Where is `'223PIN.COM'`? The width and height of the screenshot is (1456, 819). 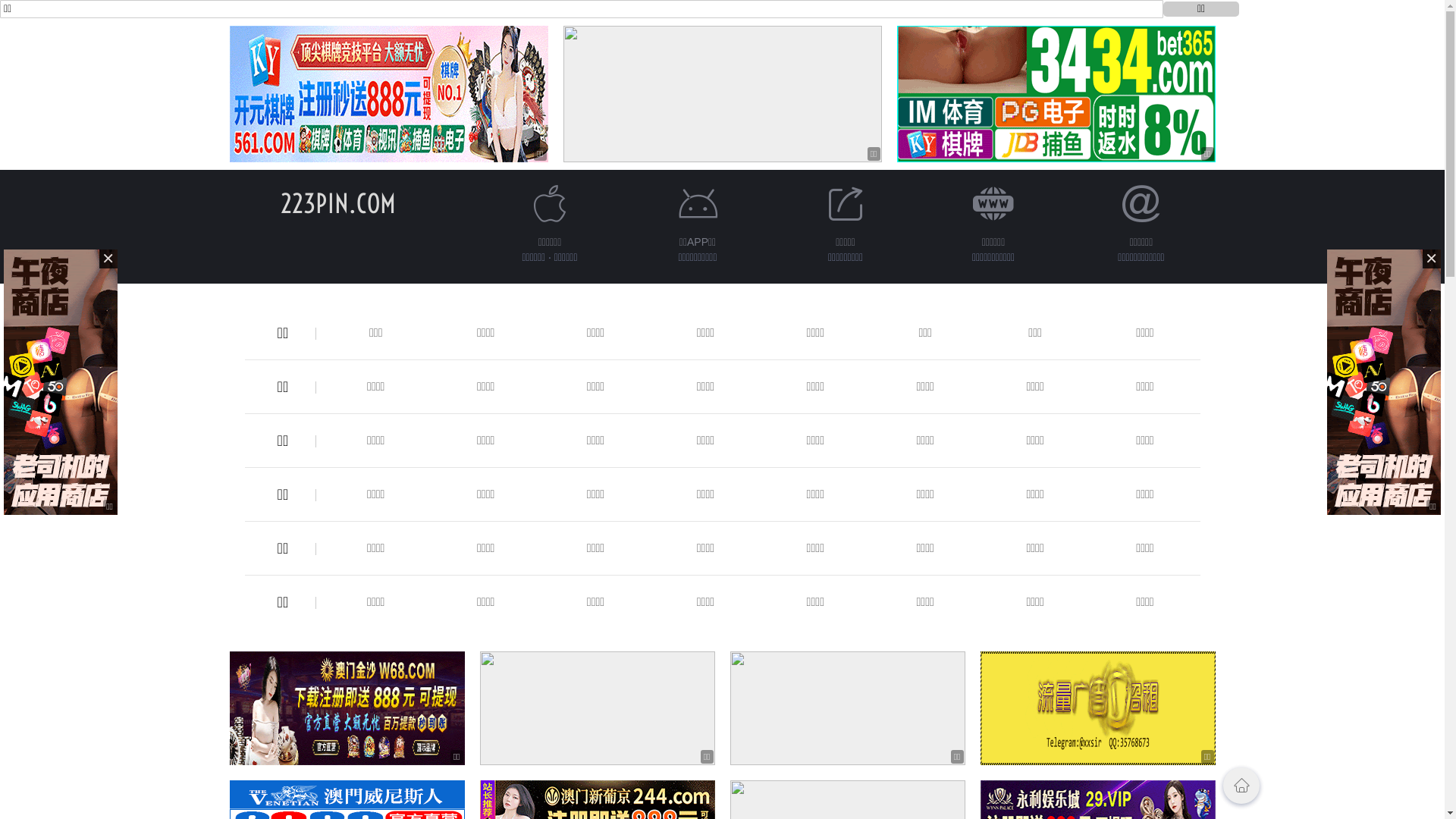 '223PIN.COM' is located at coordinates (337, 202).